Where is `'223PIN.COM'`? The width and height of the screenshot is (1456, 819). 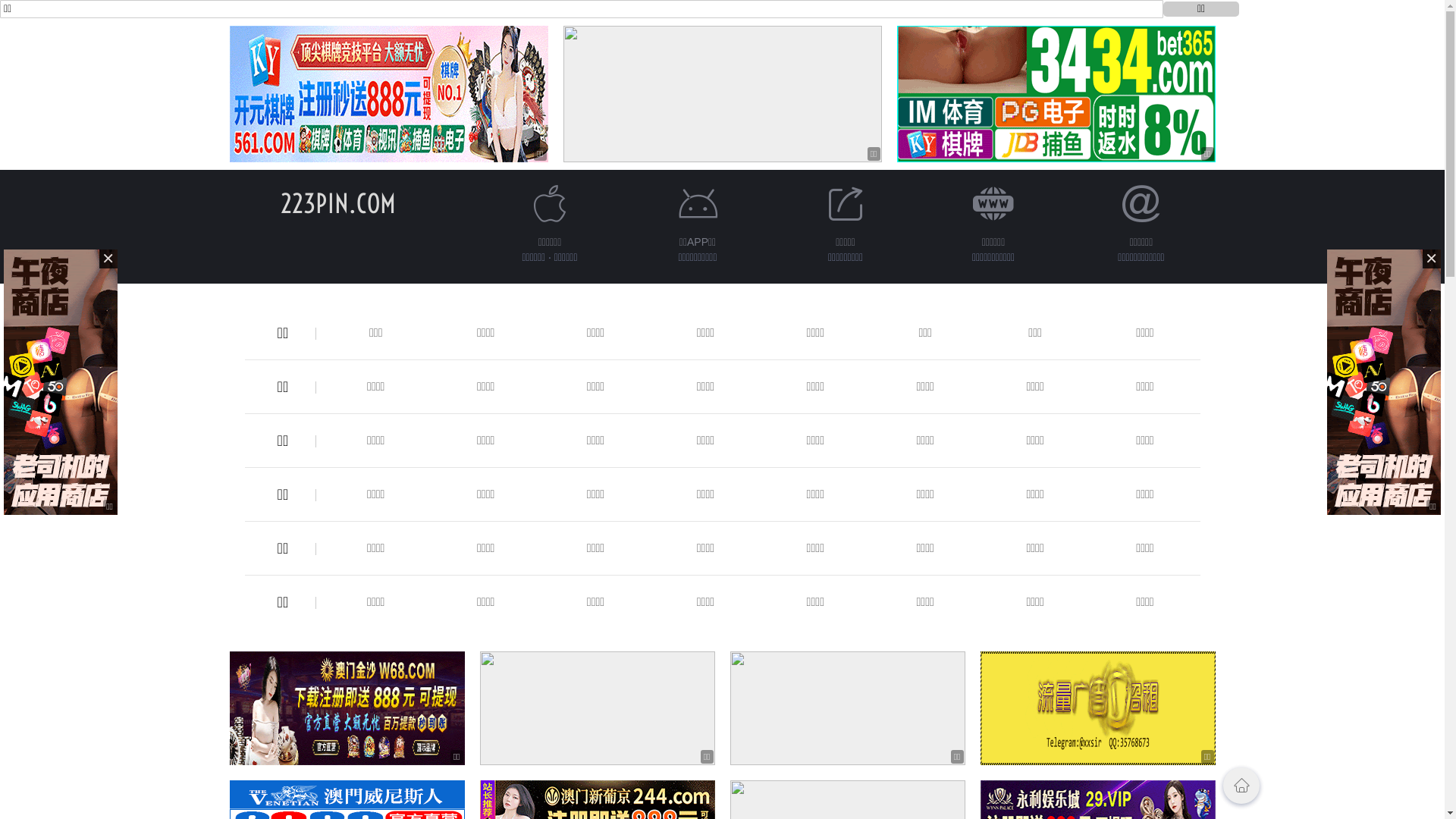 '223PIN.COM' is located at coordinates (337, 202).